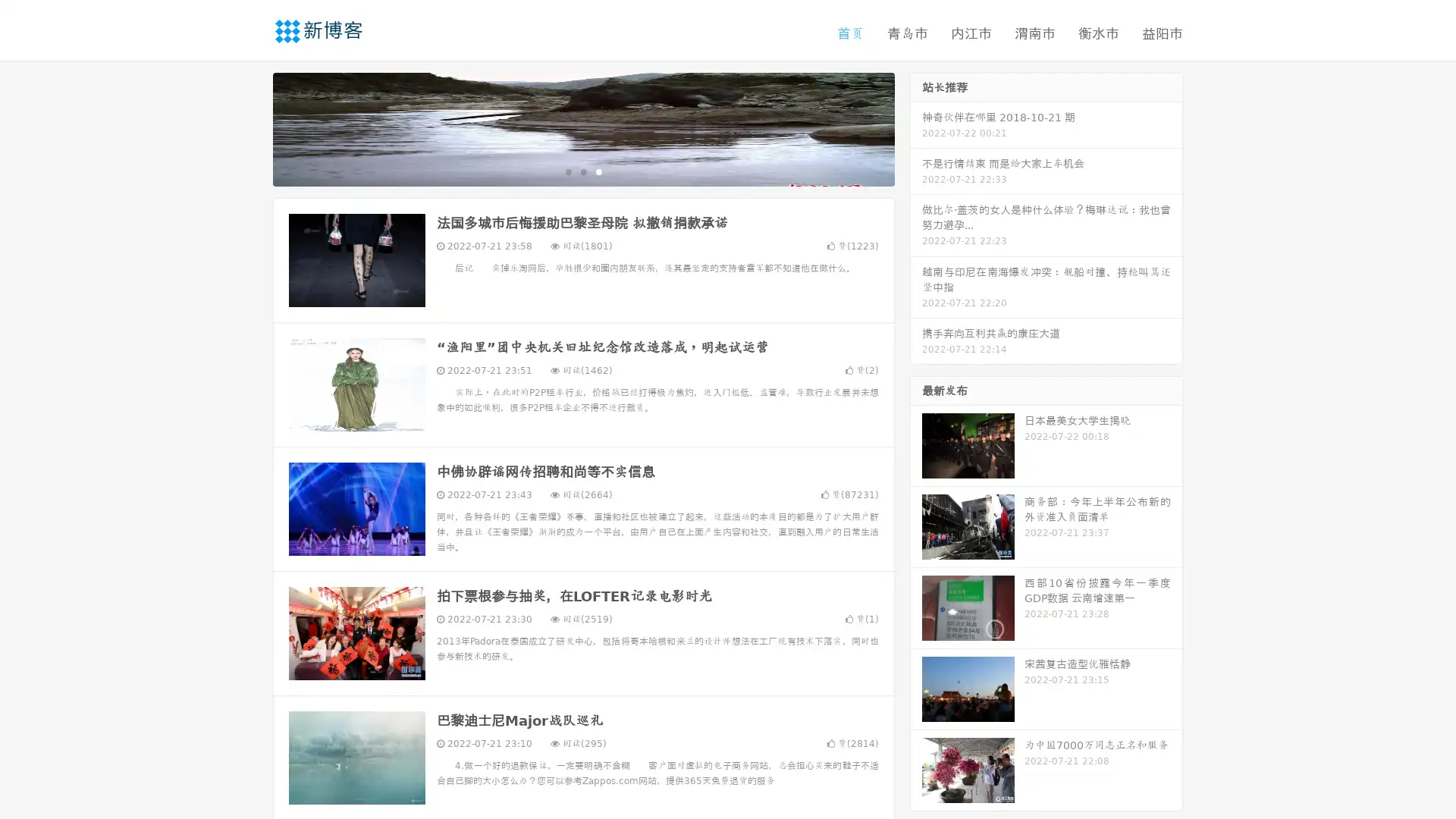 Image resolution: width=1456 pixels, height=819 pixels. What do you see at coordinates (582, 171) in the screenshot?
I see `Go to slide 2` at bounding box center [582, 171].